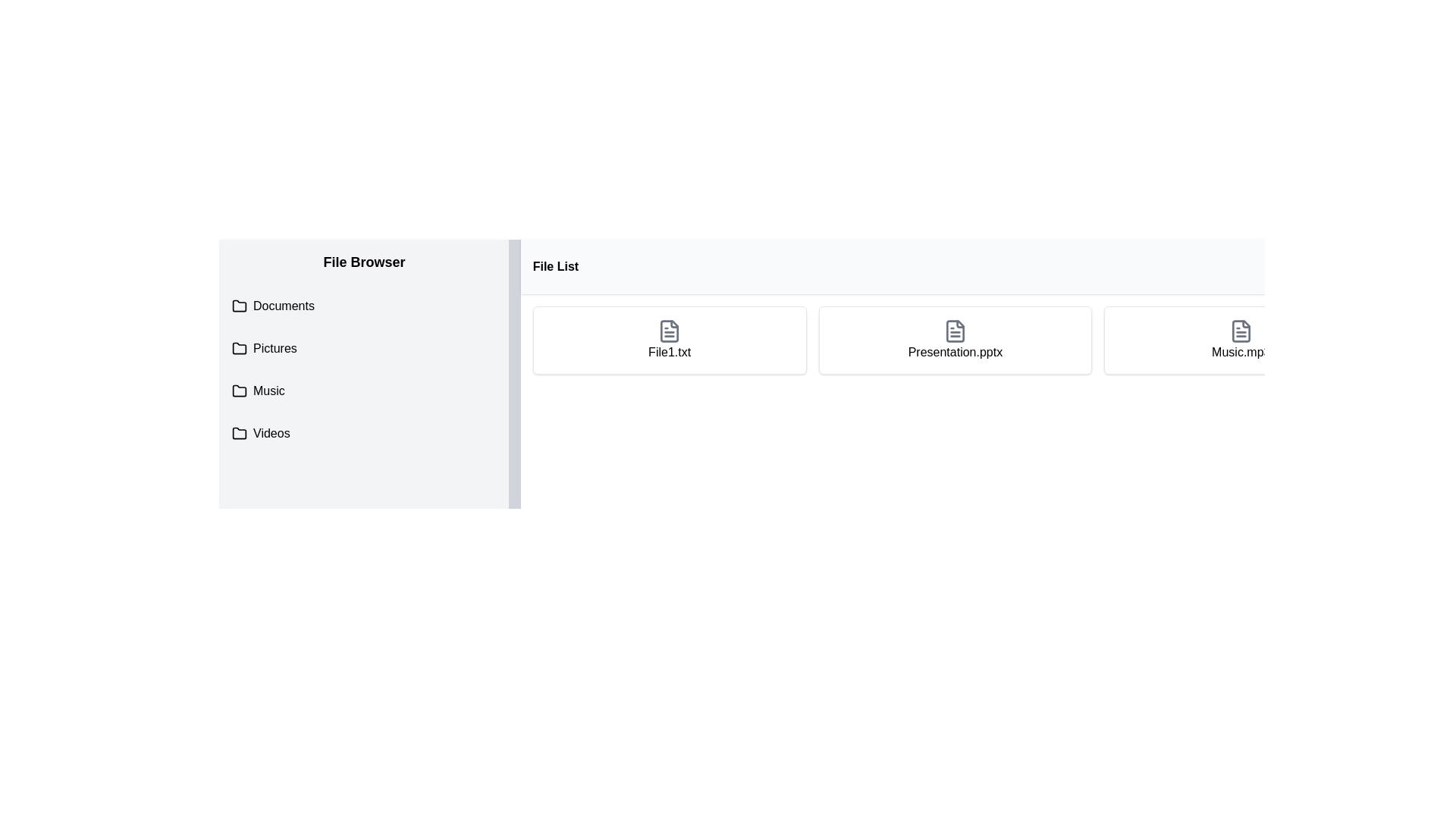  What do you see at coordinates (271, 433) in the screenshot?
I see `the folder icon beside the 'Videos' text label in the File Browser section` at bounding box center [271, 433].